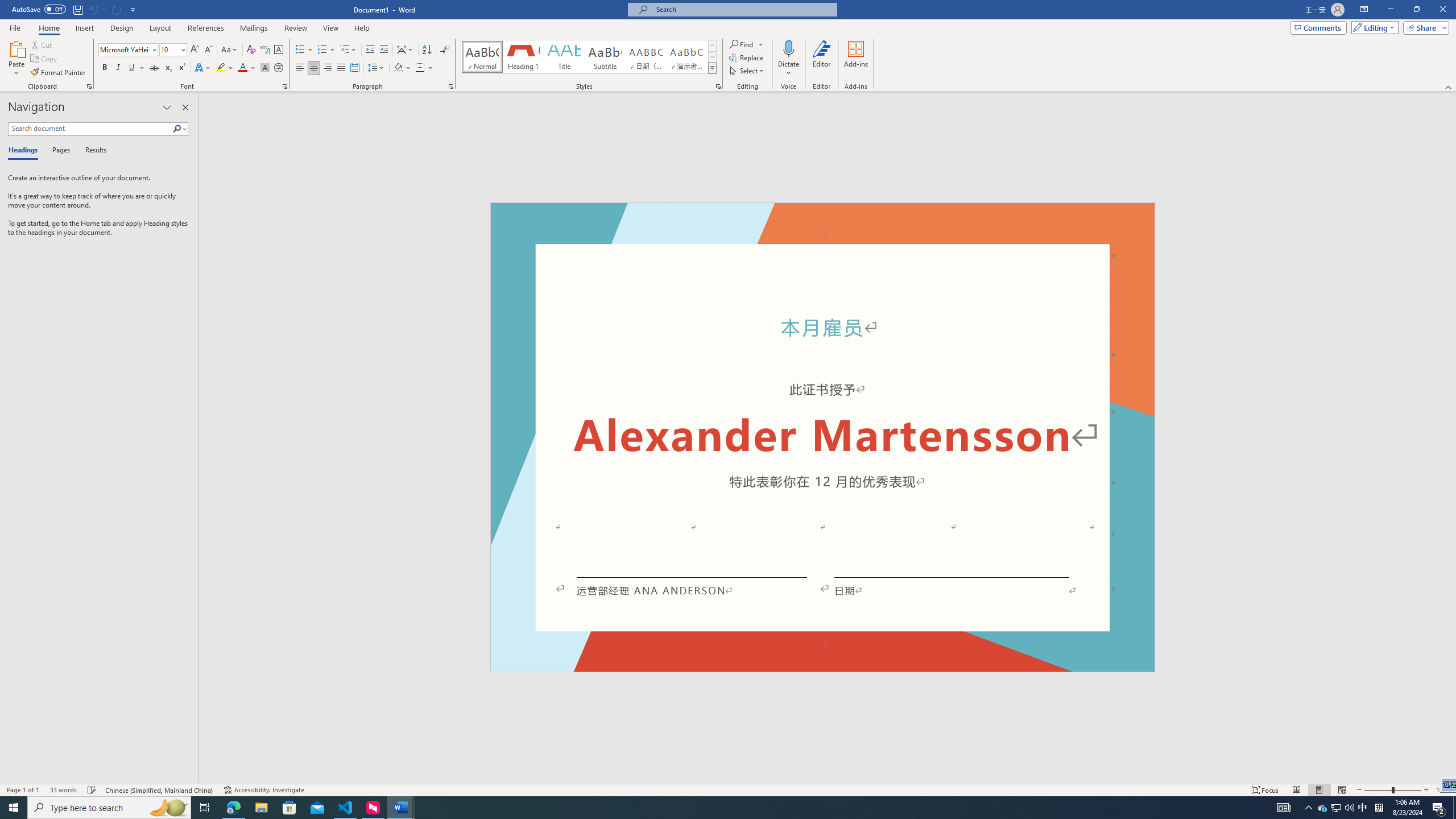  Describe the element at coordinates (154, 67) in the screenshot. I see `'Strikethrough'` at that location.